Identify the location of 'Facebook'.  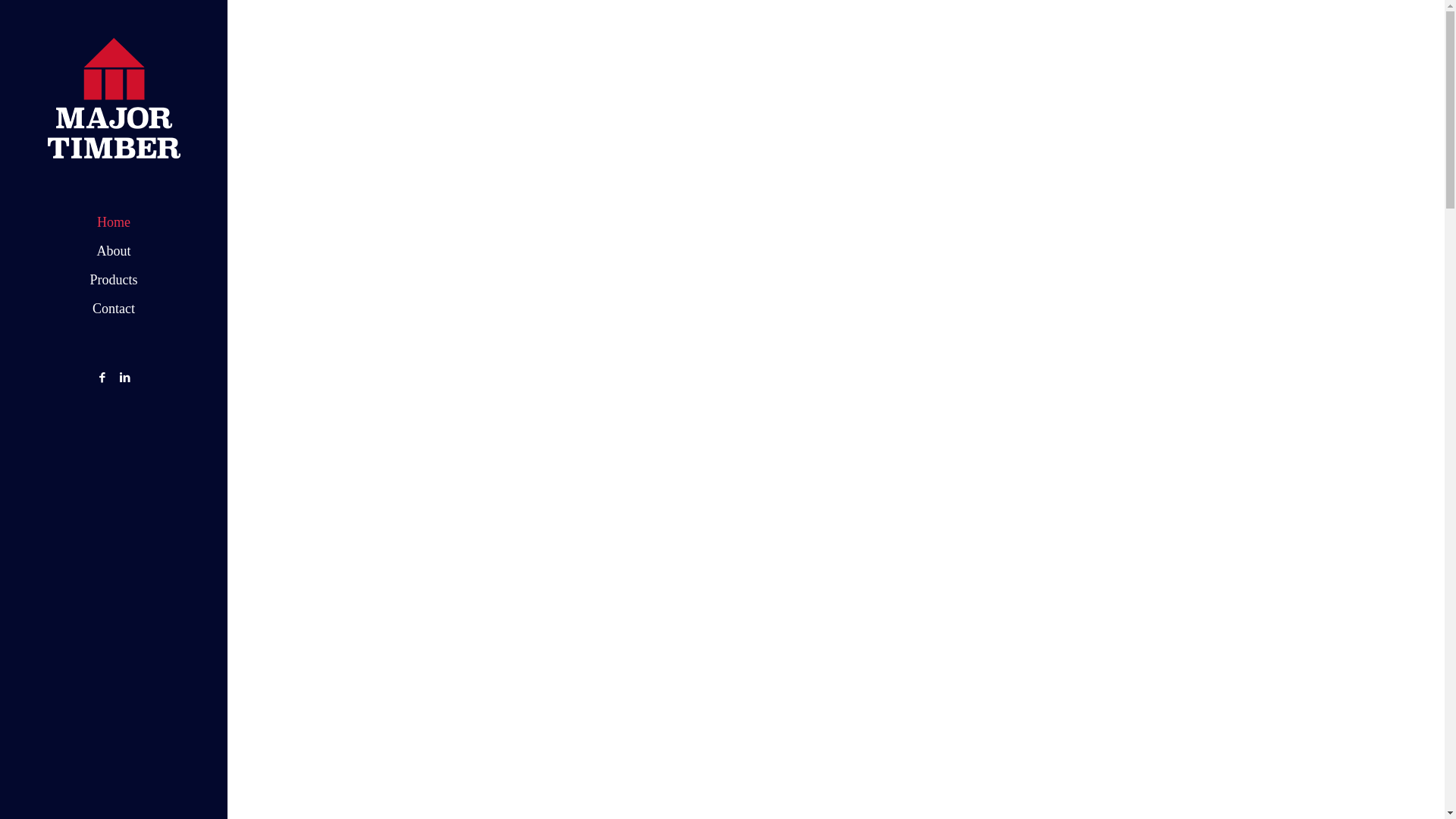
(101, 376).